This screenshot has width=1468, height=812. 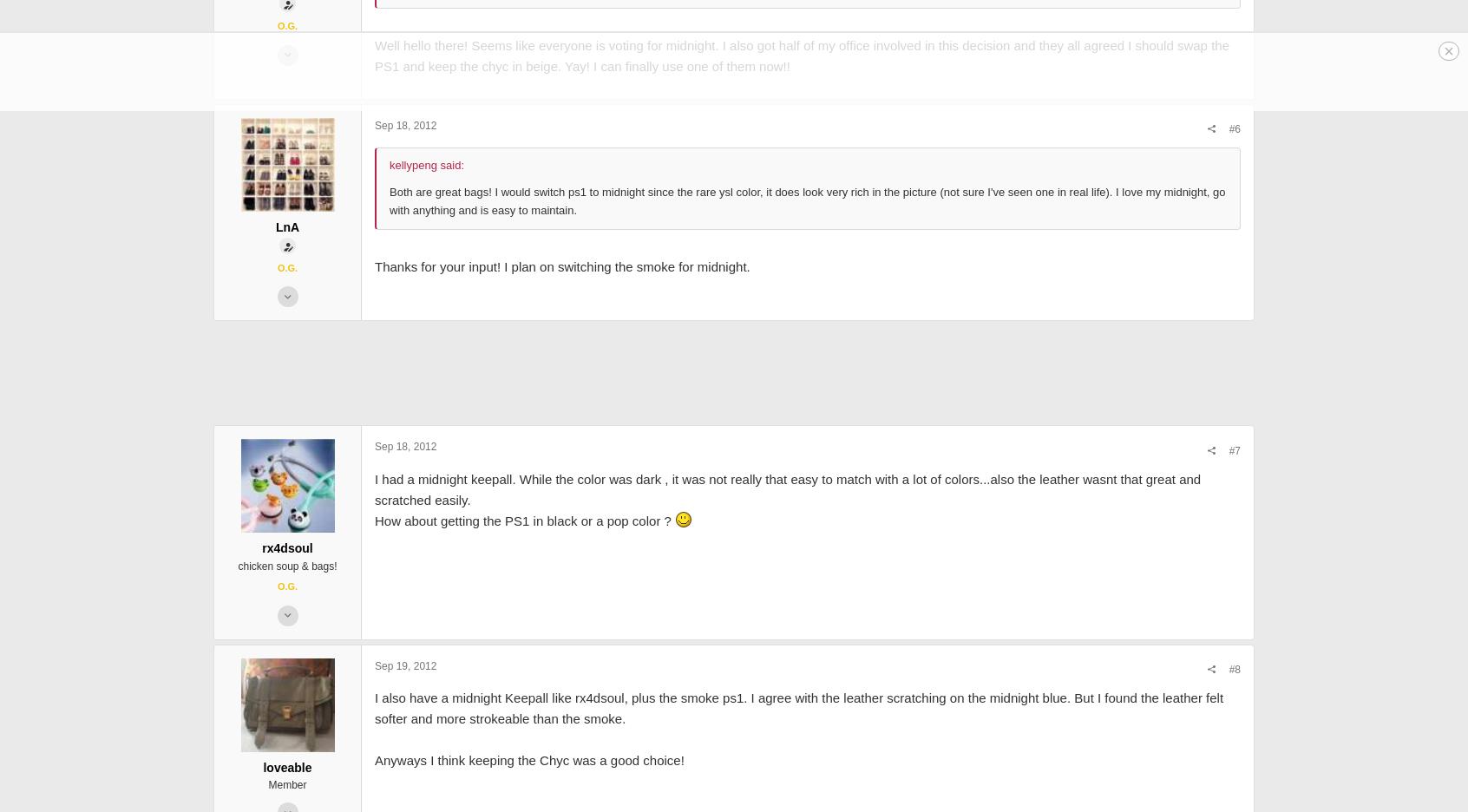 I want to click on '#7', so click(x=954, y=573).